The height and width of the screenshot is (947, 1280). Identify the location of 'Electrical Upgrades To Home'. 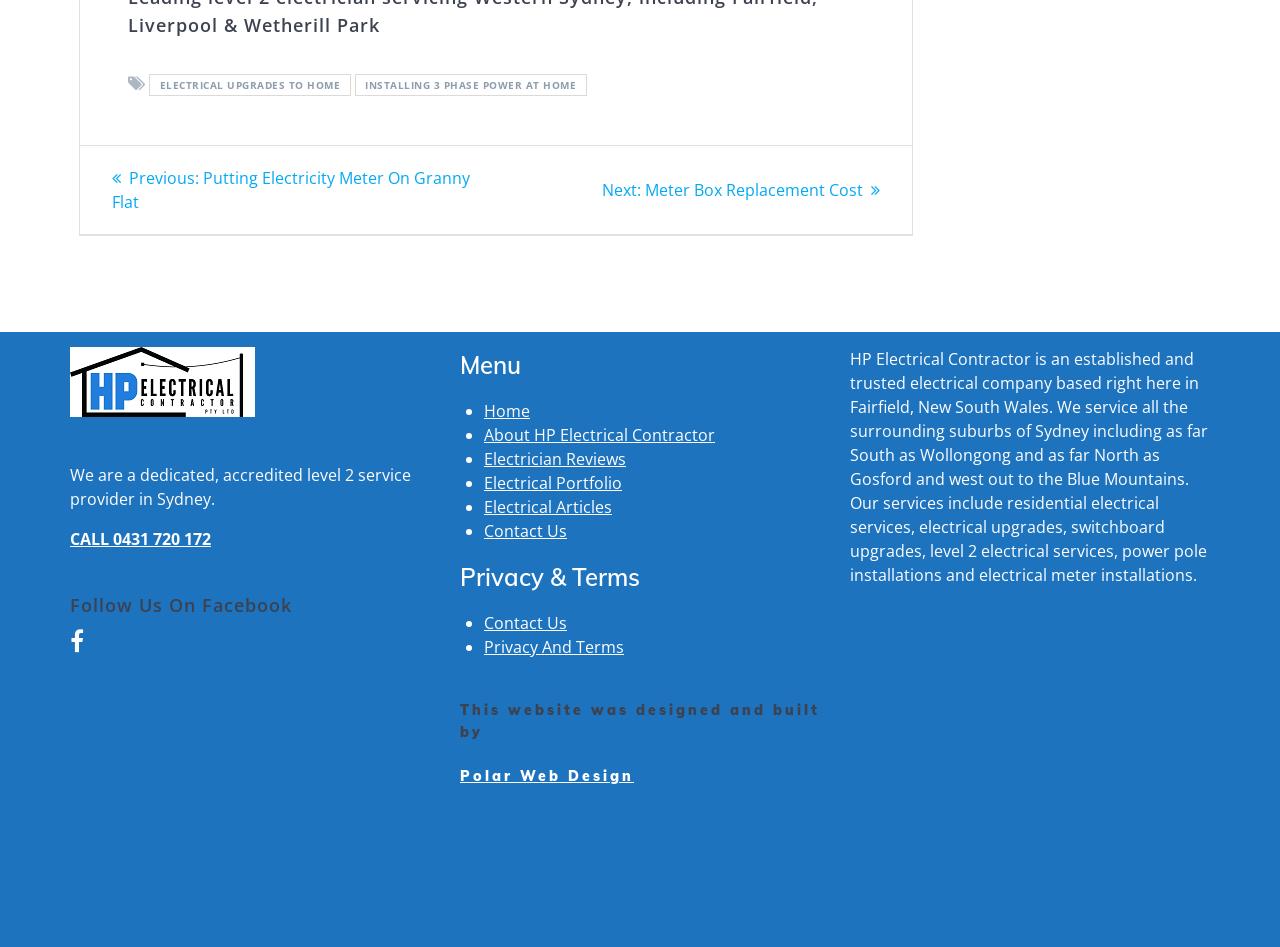
(157, 83).